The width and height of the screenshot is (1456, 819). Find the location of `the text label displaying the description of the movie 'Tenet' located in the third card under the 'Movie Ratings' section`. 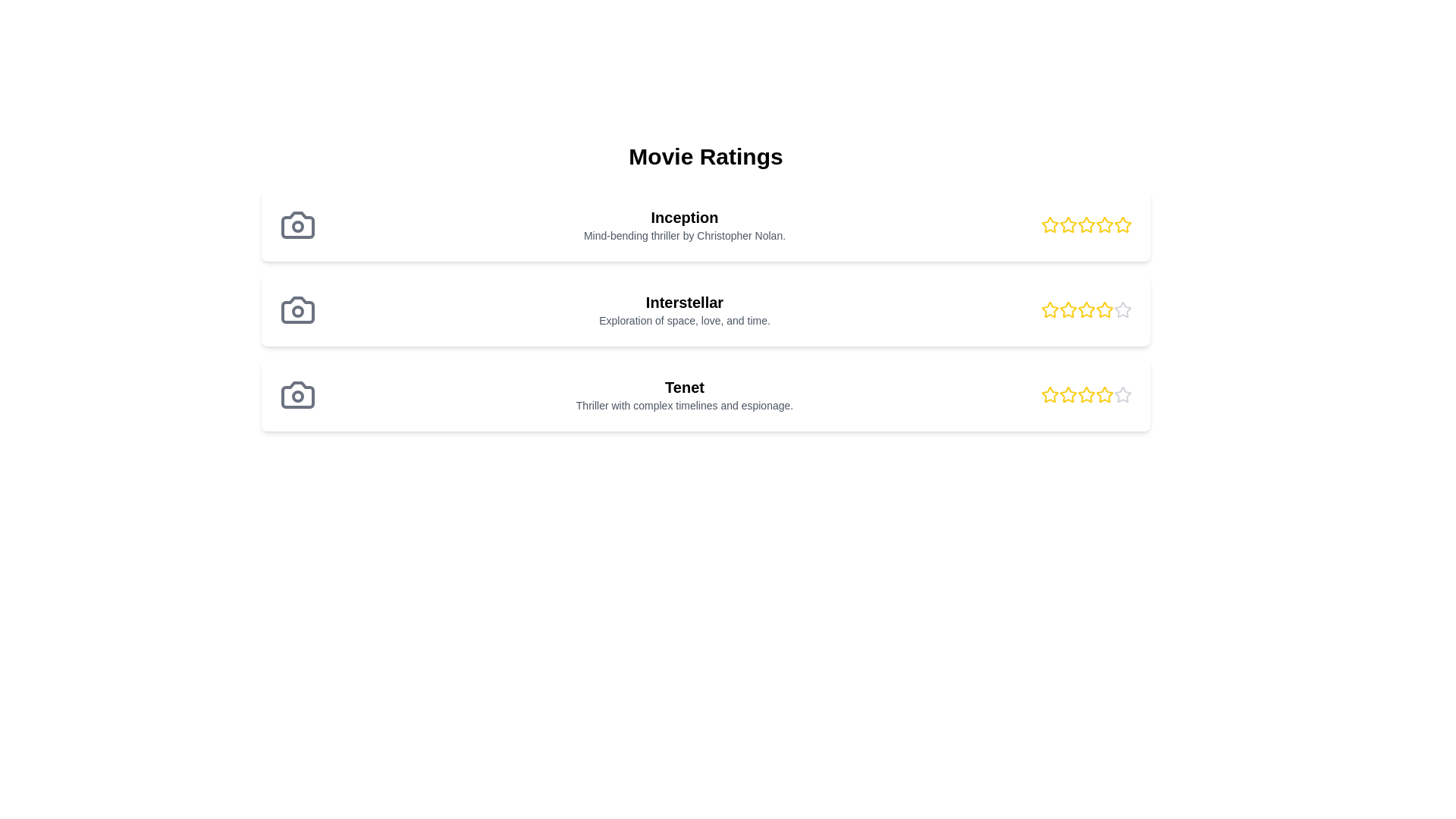

the text label displaying the description of the movie 'Tenet' located in the third card under the 'Movie Ratings' section is located at coordinates (683, 405).